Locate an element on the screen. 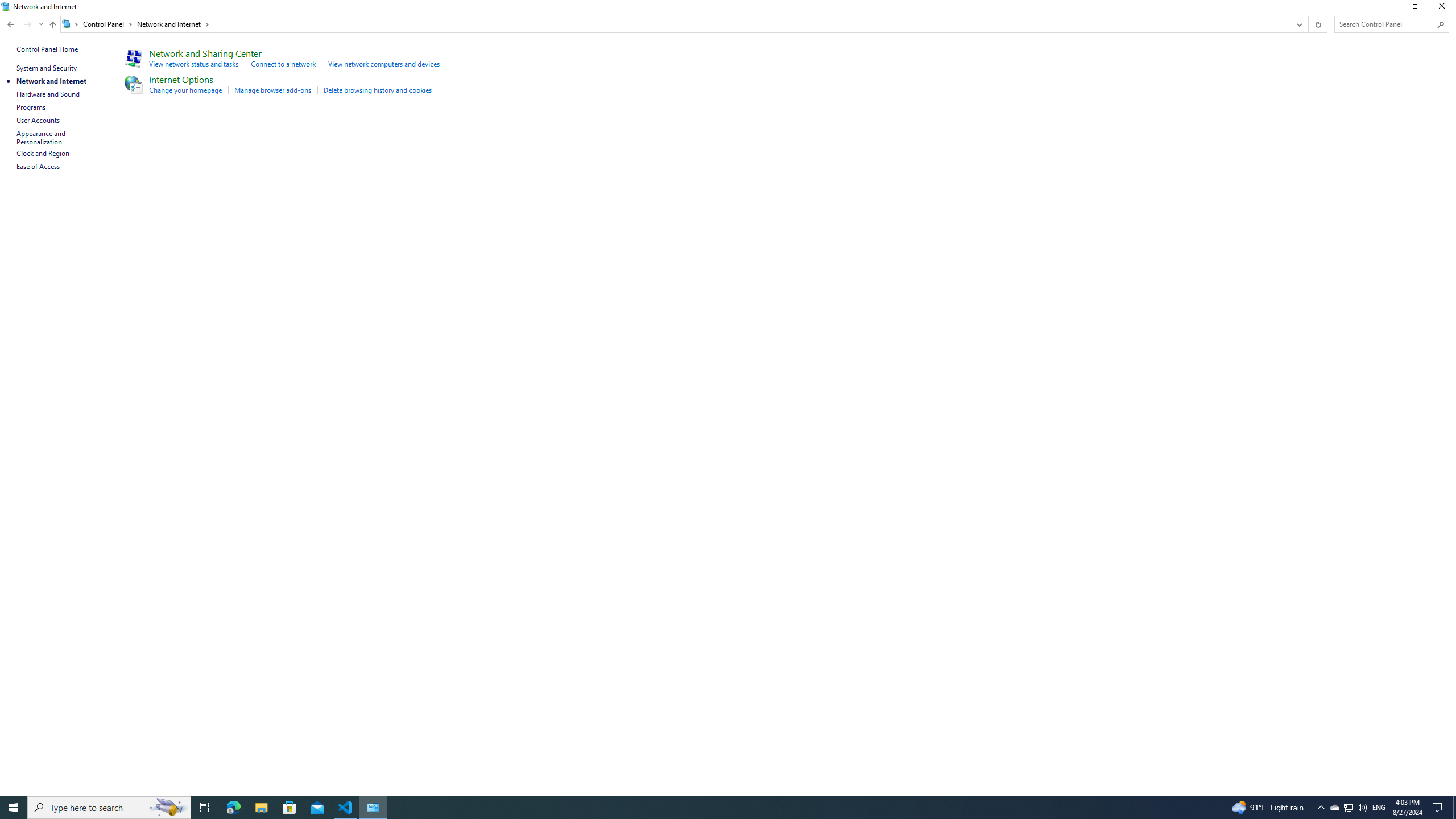 The height and width of the screenshot is (819, 1456). 'Appearance and Personalization' is located at coordinates (42, 137).